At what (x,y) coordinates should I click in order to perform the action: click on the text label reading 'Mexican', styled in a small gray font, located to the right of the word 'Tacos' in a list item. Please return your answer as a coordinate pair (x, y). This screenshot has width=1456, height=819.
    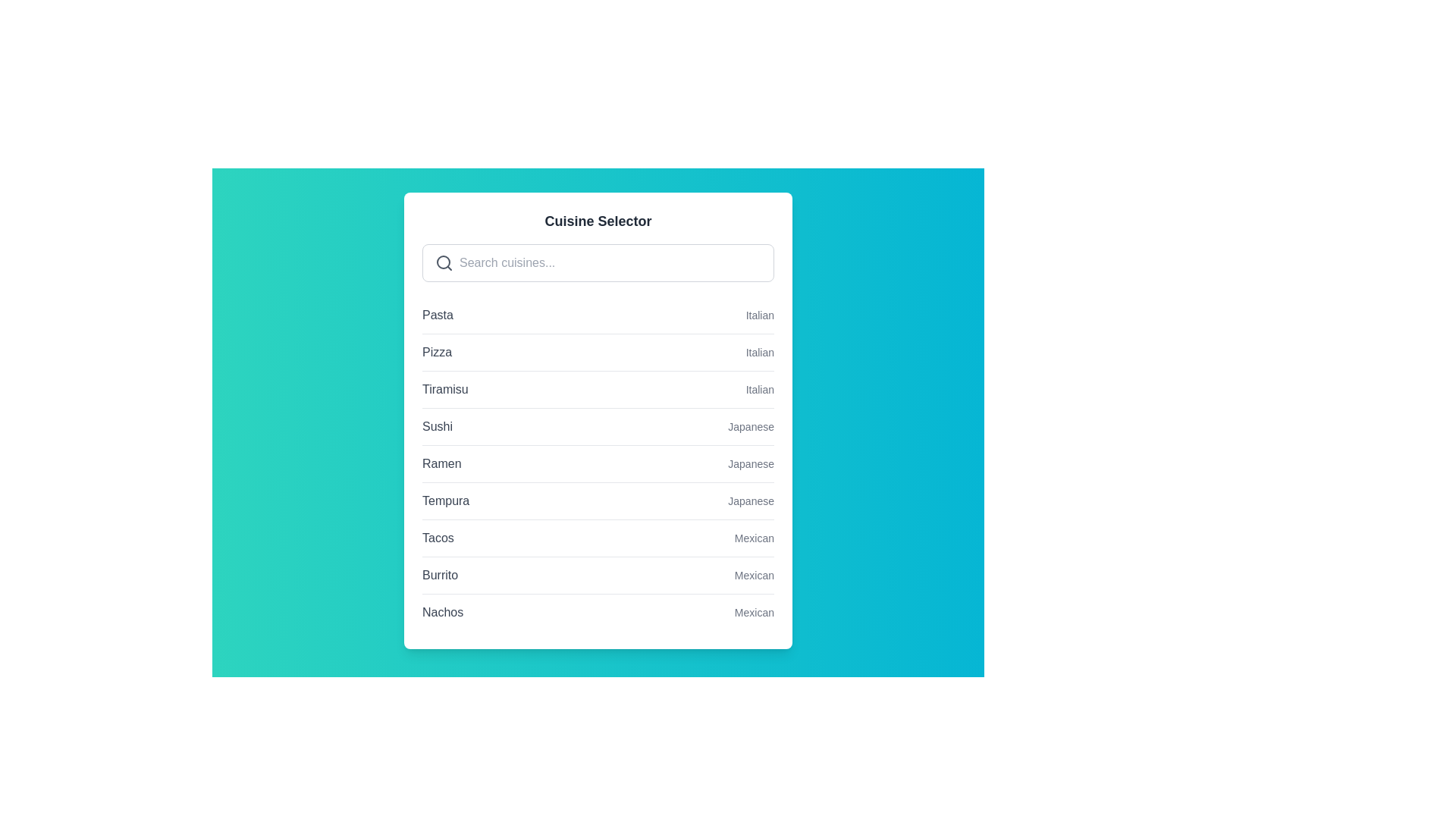
    Looking at the image, I should click on (754, 537).